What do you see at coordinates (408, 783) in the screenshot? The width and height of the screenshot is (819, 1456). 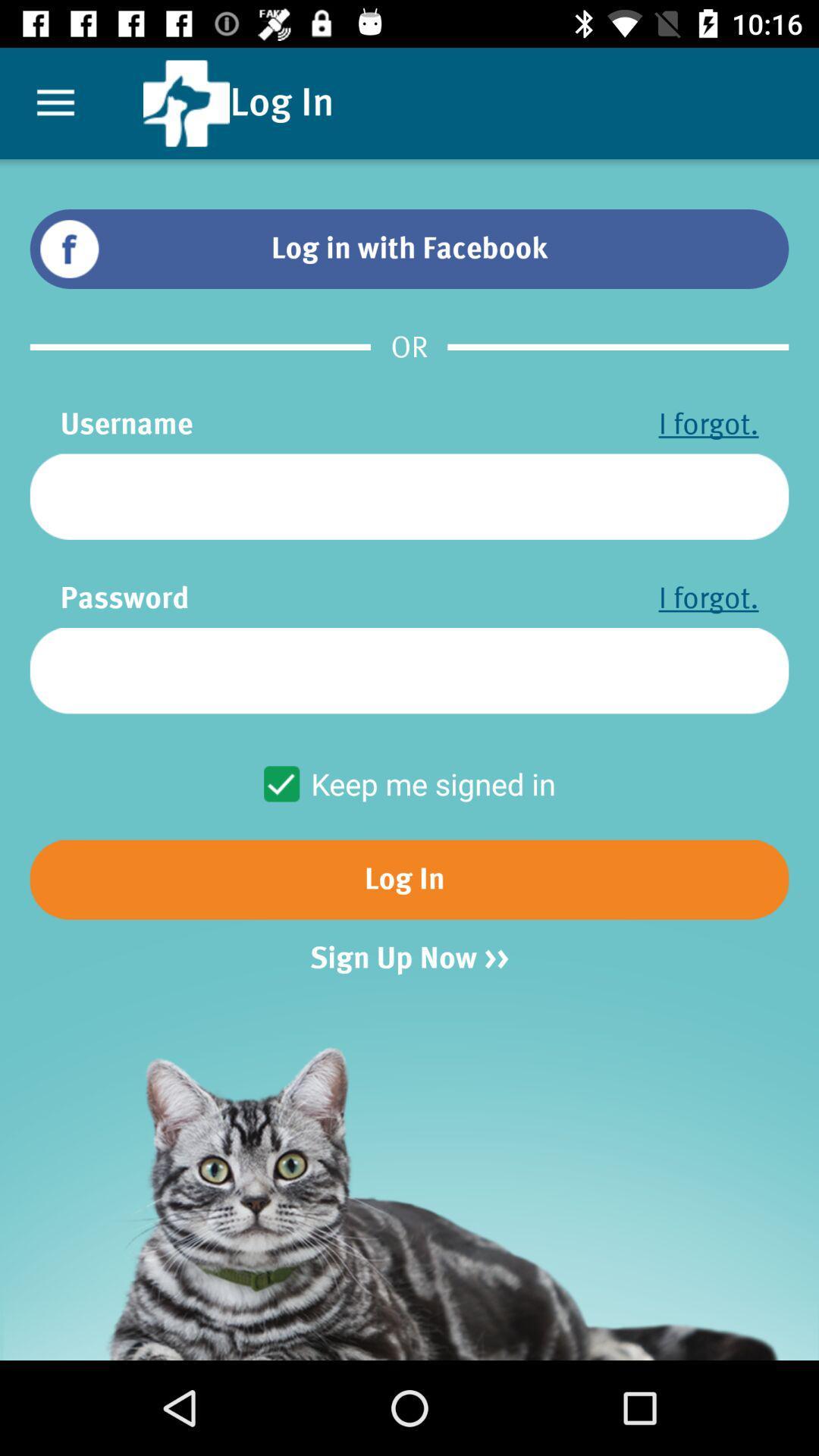 I see `keep me signed item` at bounding box center [408, 783].